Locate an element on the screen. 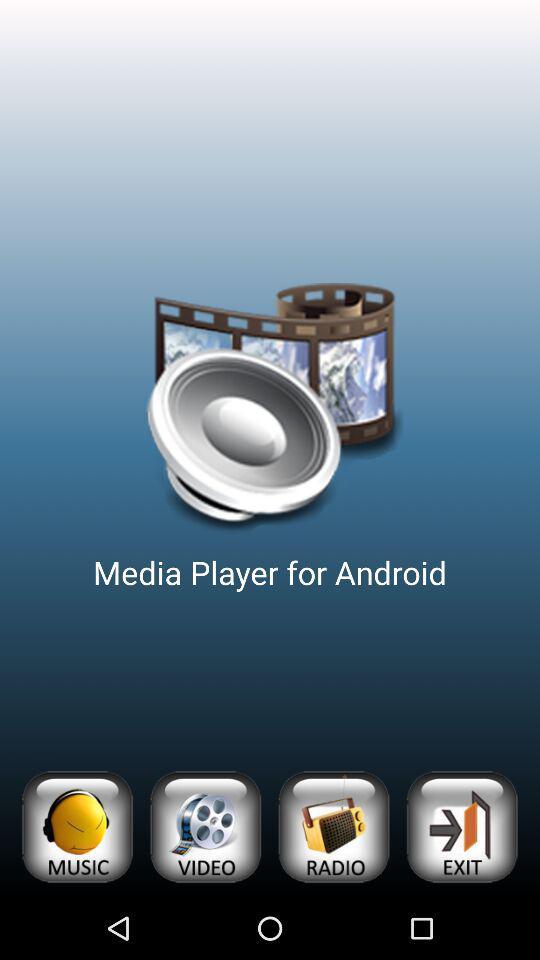 The height and width of the screenshot is (960, 540). video option is located at coordinates (204, 827).